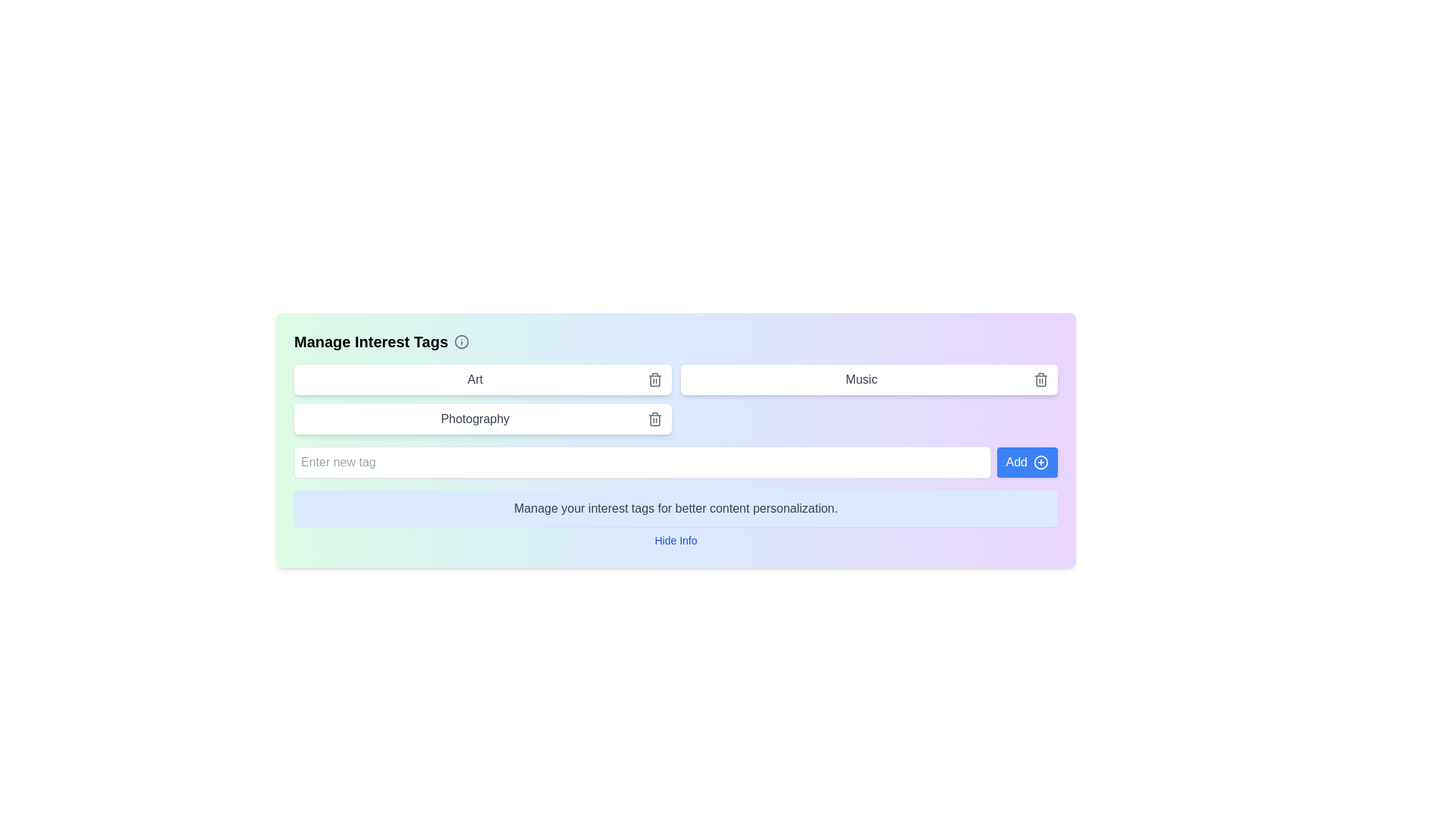 This screenshot has height=819, width=1456. I want to click on the icon for adding a new tag, located to the right of the 'Add' button text at the bottom-left corner of the interface, so click(1040, 461).